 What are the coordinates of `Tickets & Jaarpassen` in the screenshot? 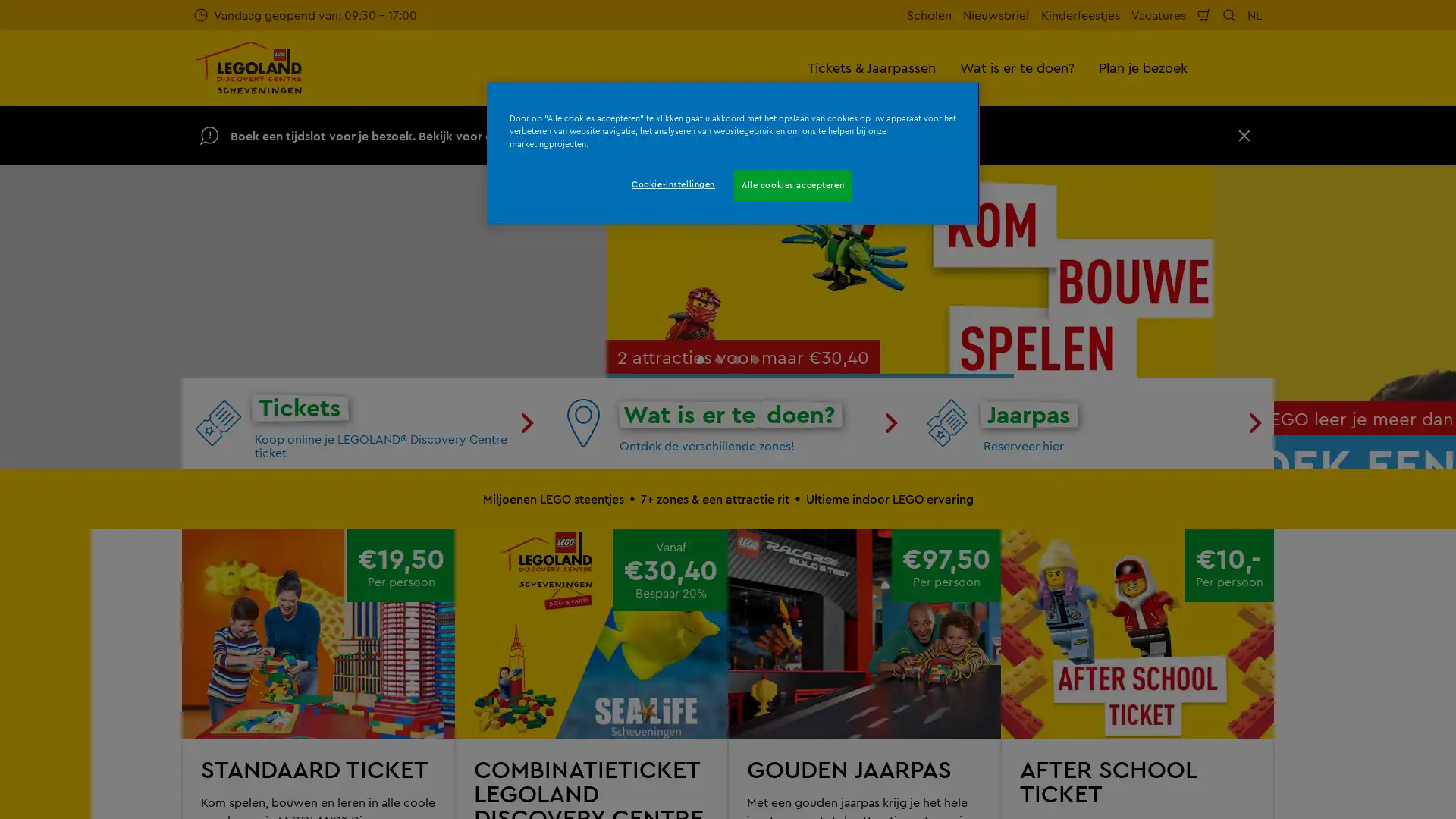 It's located at (871, 67).